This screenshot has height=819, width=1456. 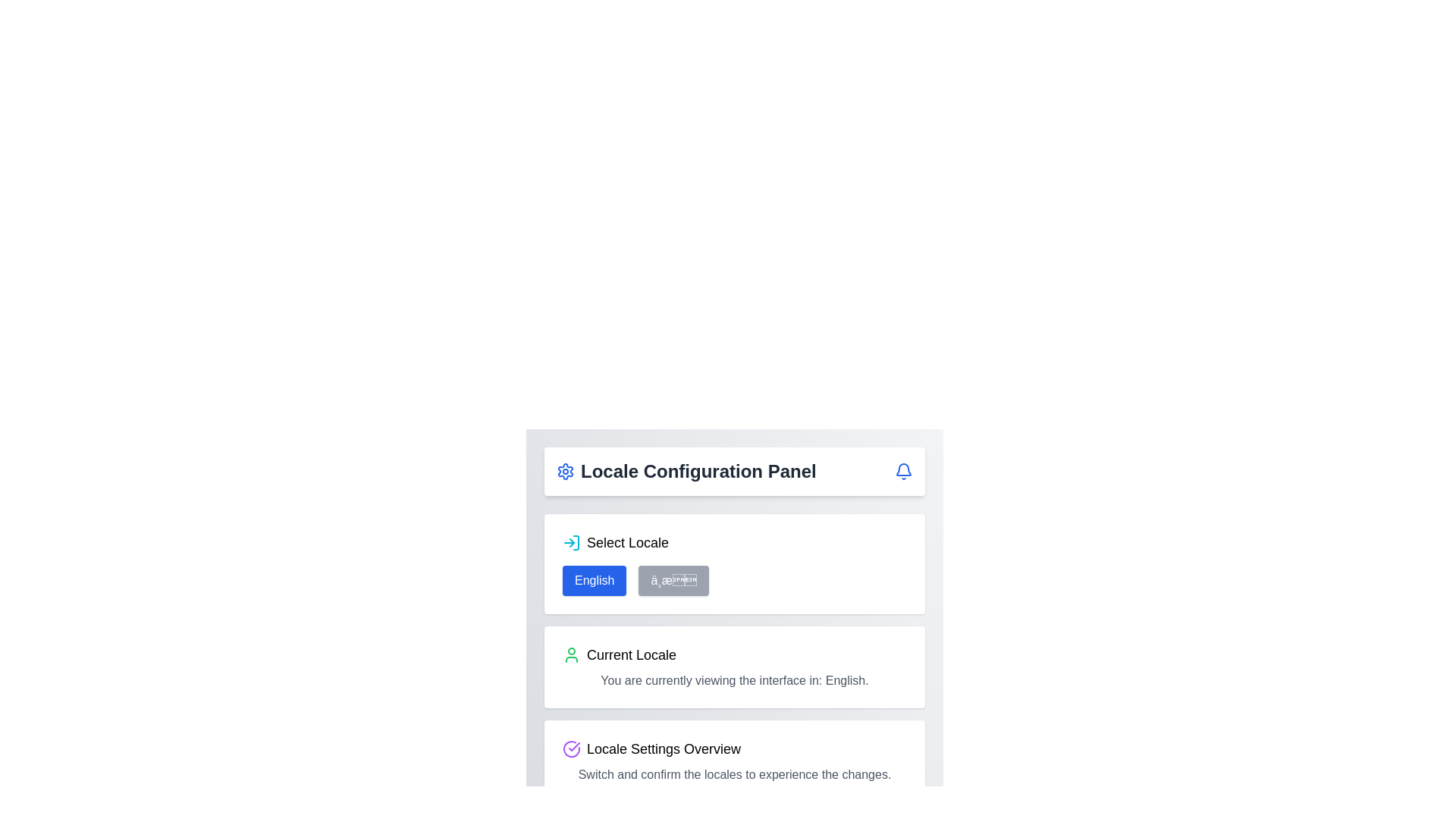 I want to click on title 'Select Locale' from the card that contains language options, positioned in the middle section of the interface under 'Locale Configuration Panel', so click(x=735, y=564).